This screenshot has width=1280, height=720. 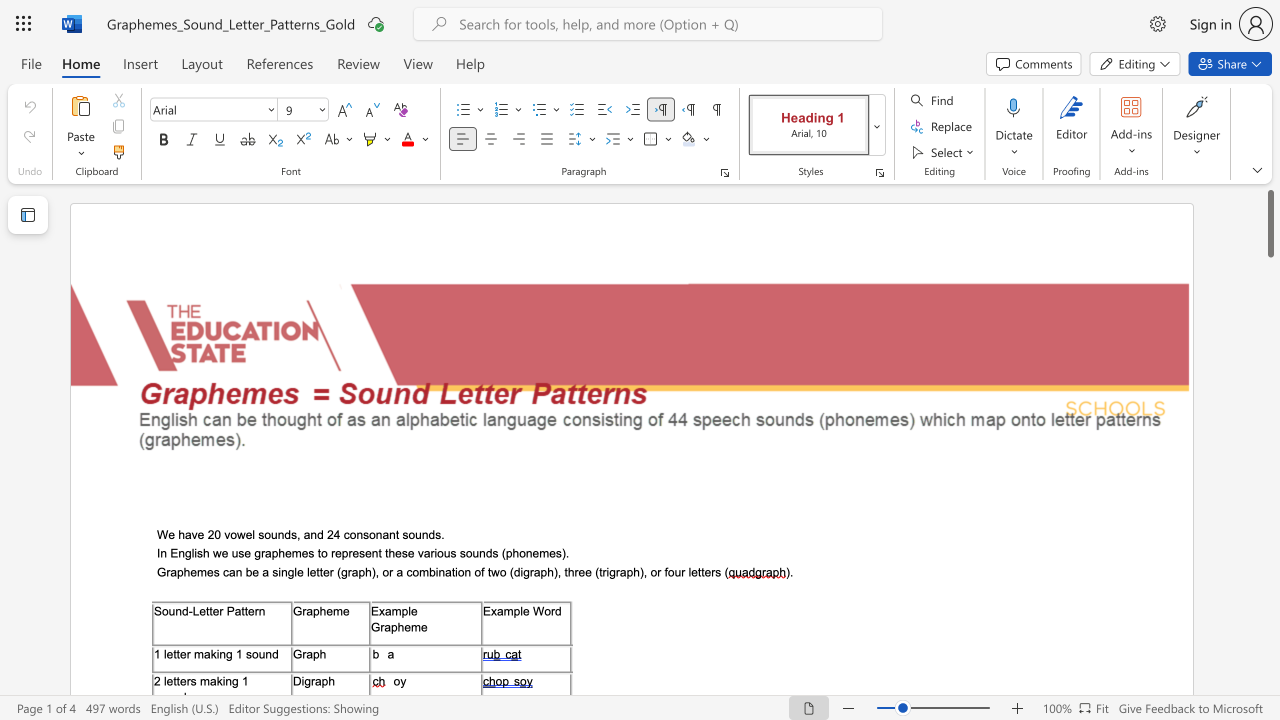 What do you see at coordinates (1269, 400) in the screenshot?
I see `the scrollbar on the right to shift the page lower` at bounding box center [1269, 400].